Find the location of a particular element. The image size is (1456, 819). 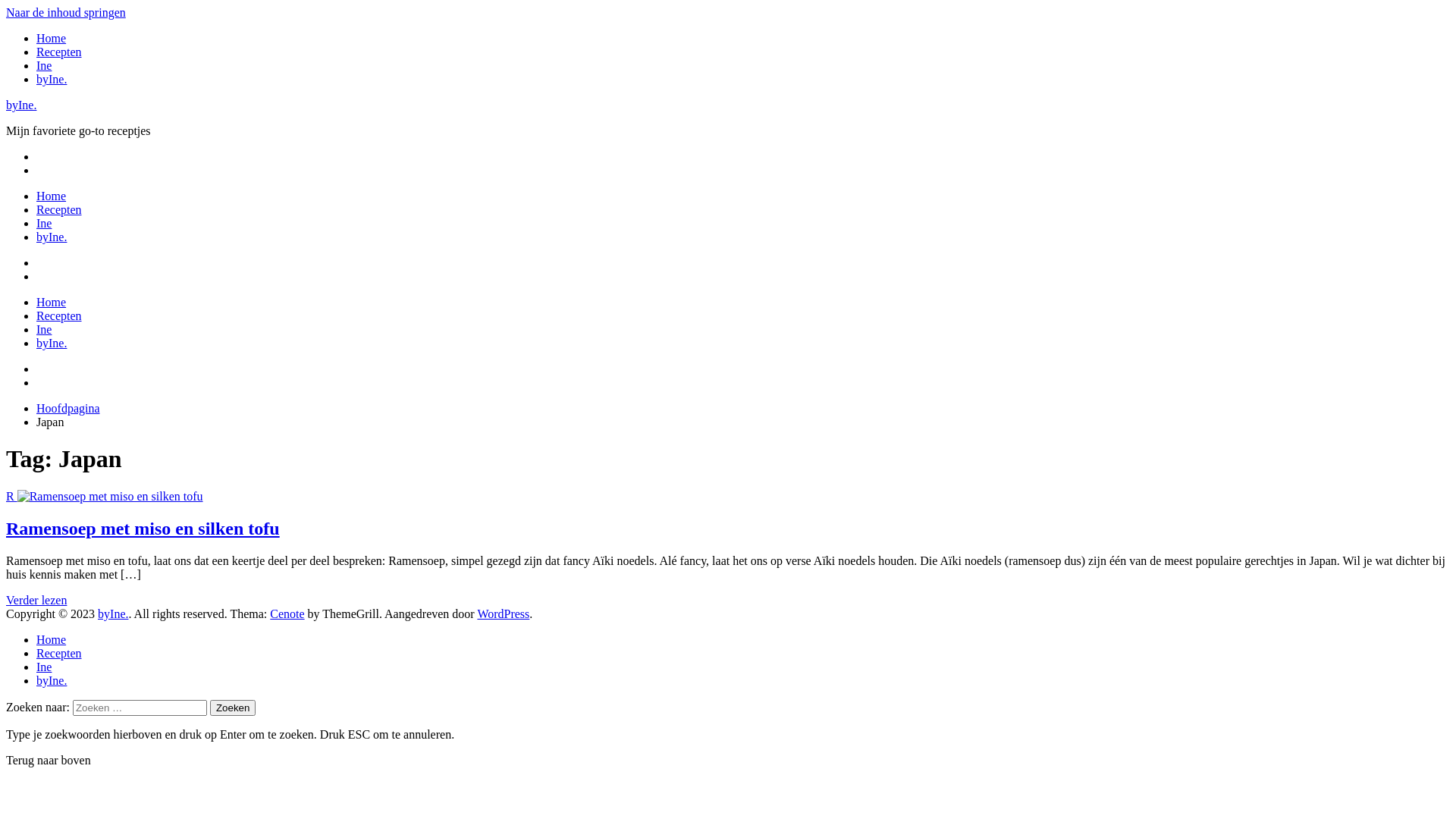

'byIne.' is located at coordinates (51, 679).